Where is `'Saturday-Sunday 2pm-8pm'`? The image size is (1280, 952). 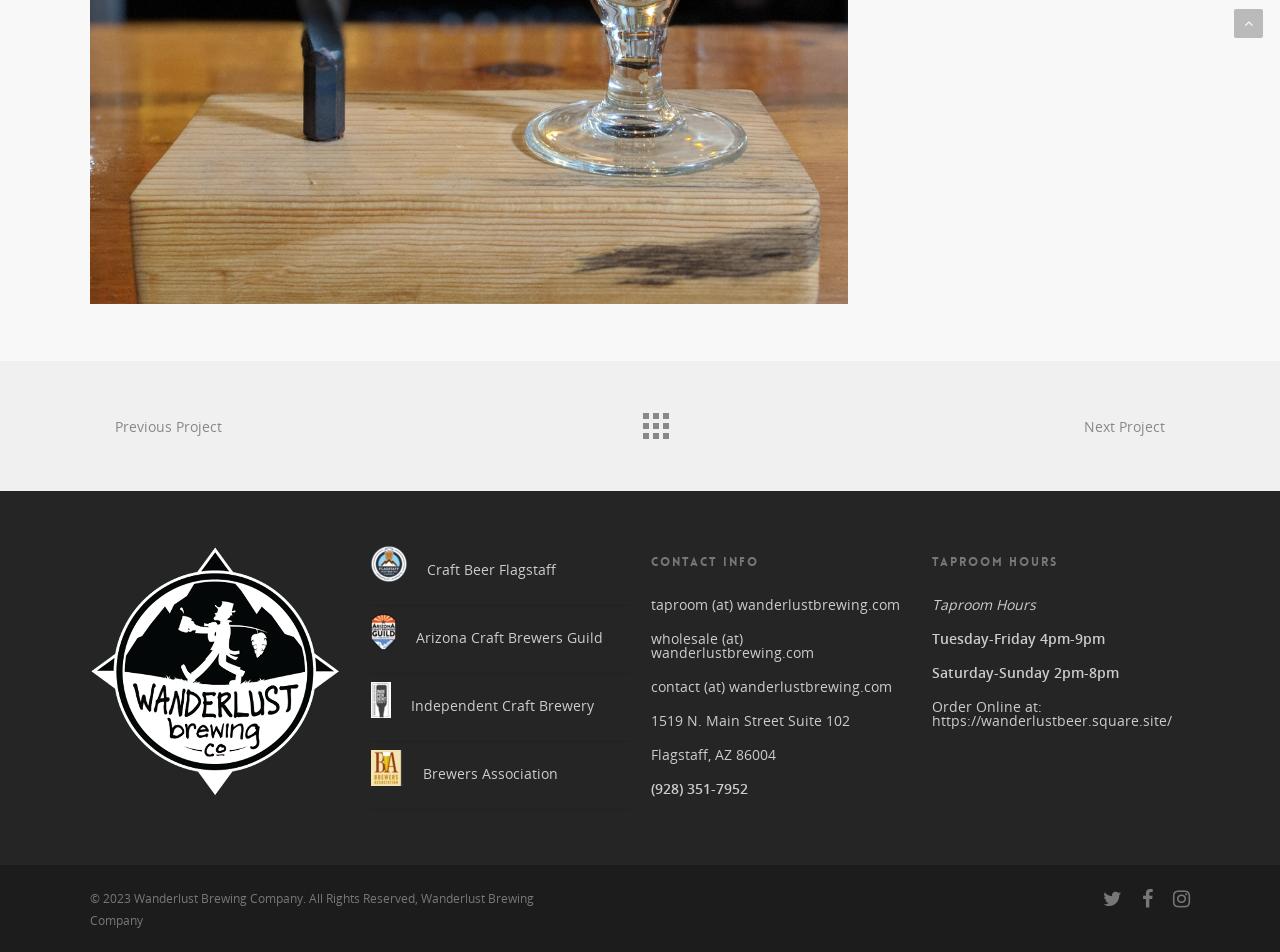 'Saturday-Sunday 2pm-8pm' is located at coordinates (1024, 664).